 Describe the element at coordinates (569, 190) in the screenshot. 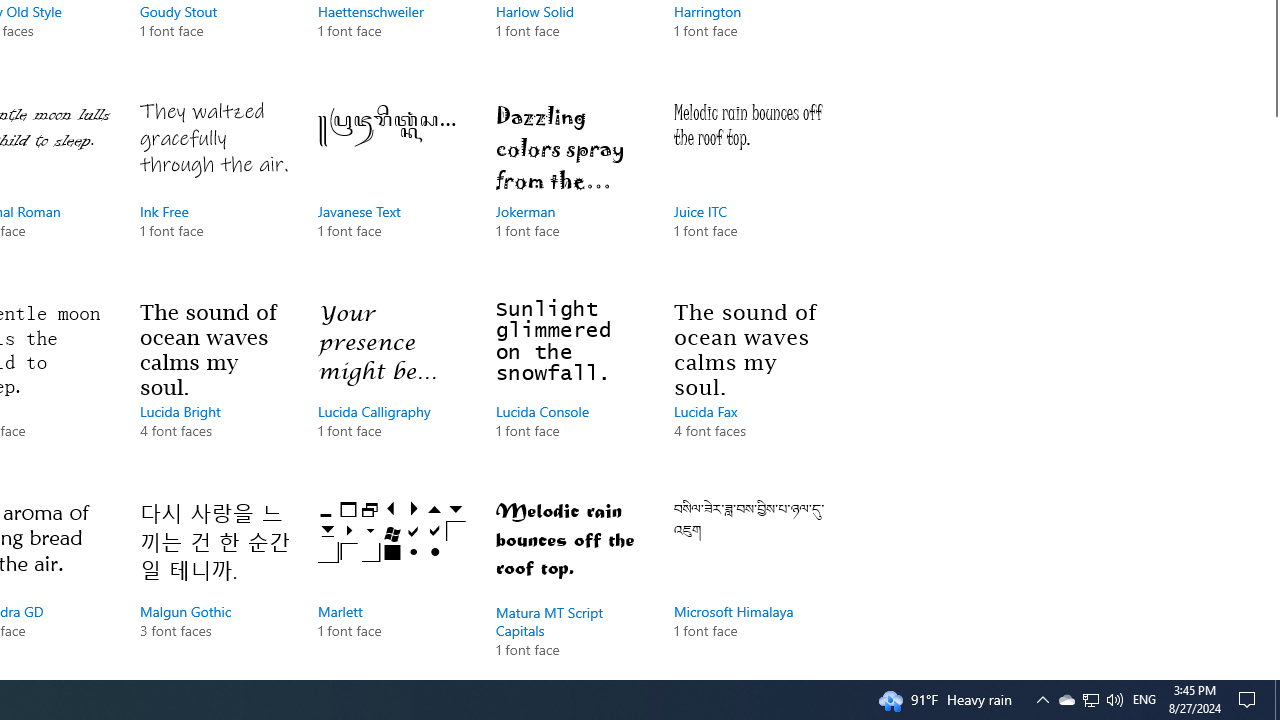

I see `'Jokerman, 1 font face'` at that location.